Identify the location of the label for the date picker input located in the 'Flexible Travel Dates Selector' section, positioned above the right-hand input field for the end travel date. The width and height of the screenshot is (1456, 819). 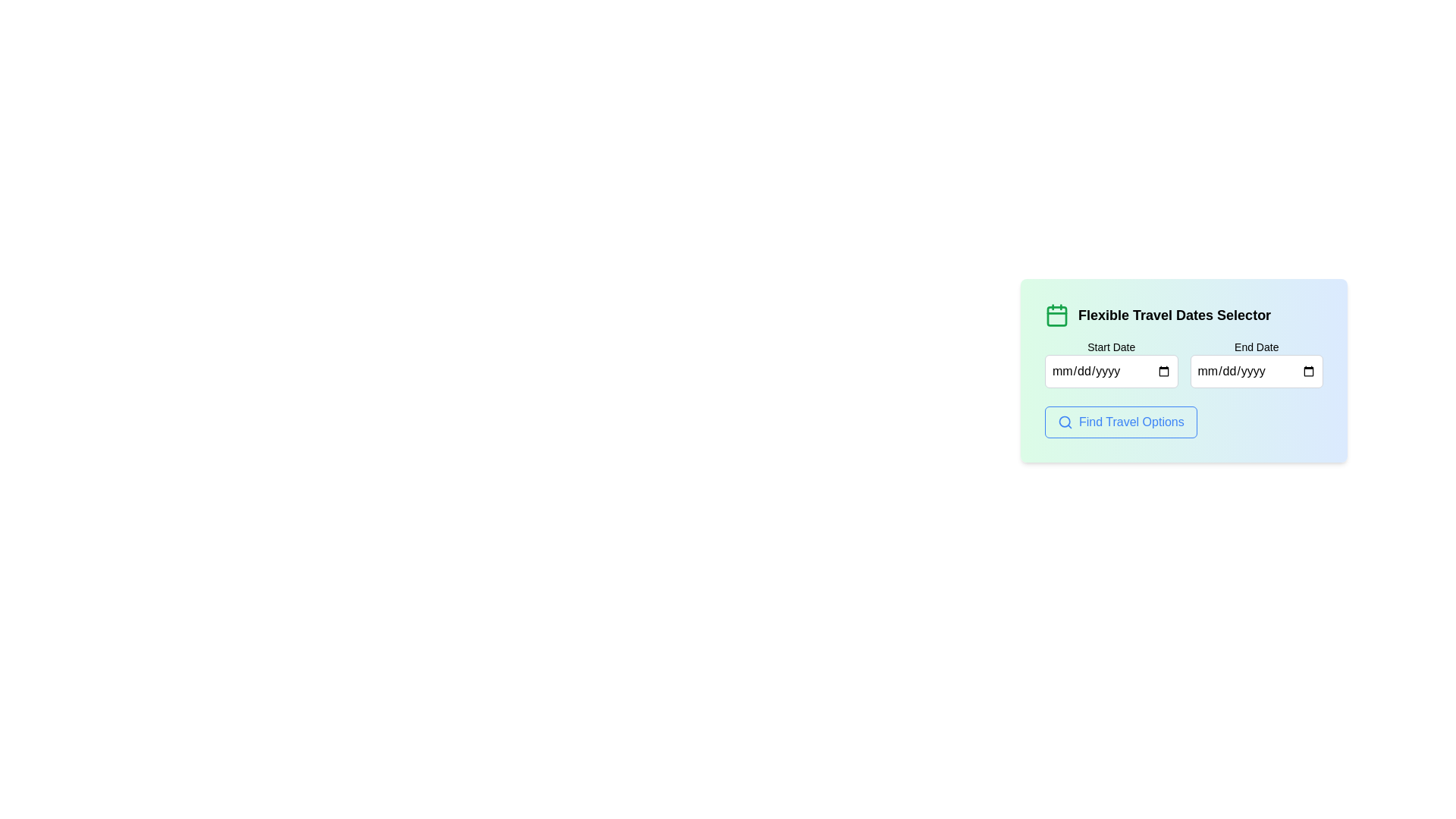
(1257, 347).